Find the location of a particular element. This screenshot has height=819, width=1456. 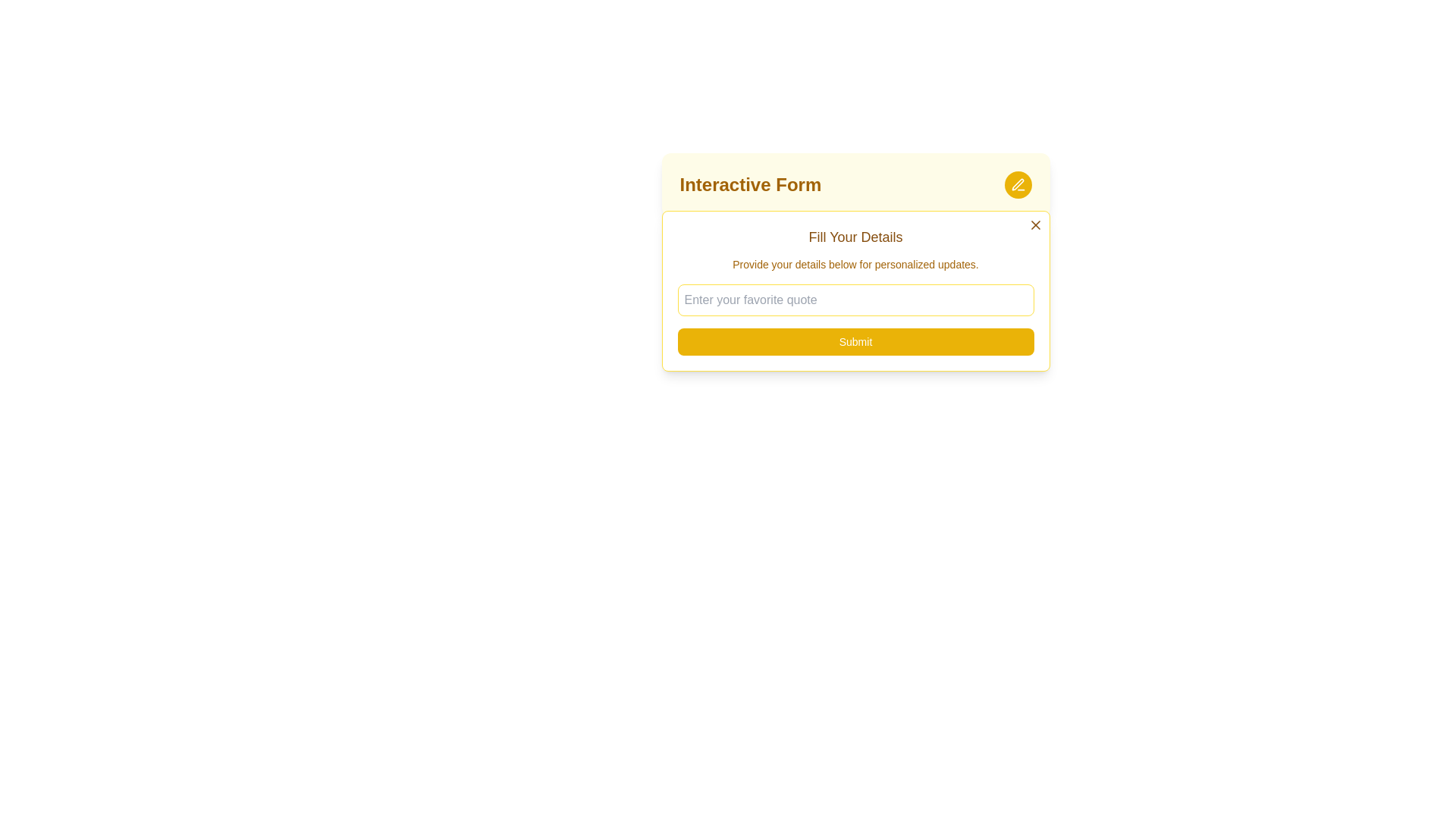

the circular button with a yellow background and a white pen icon located beside the header text 'Interactive Form' is located at coordinates (1018, 184).